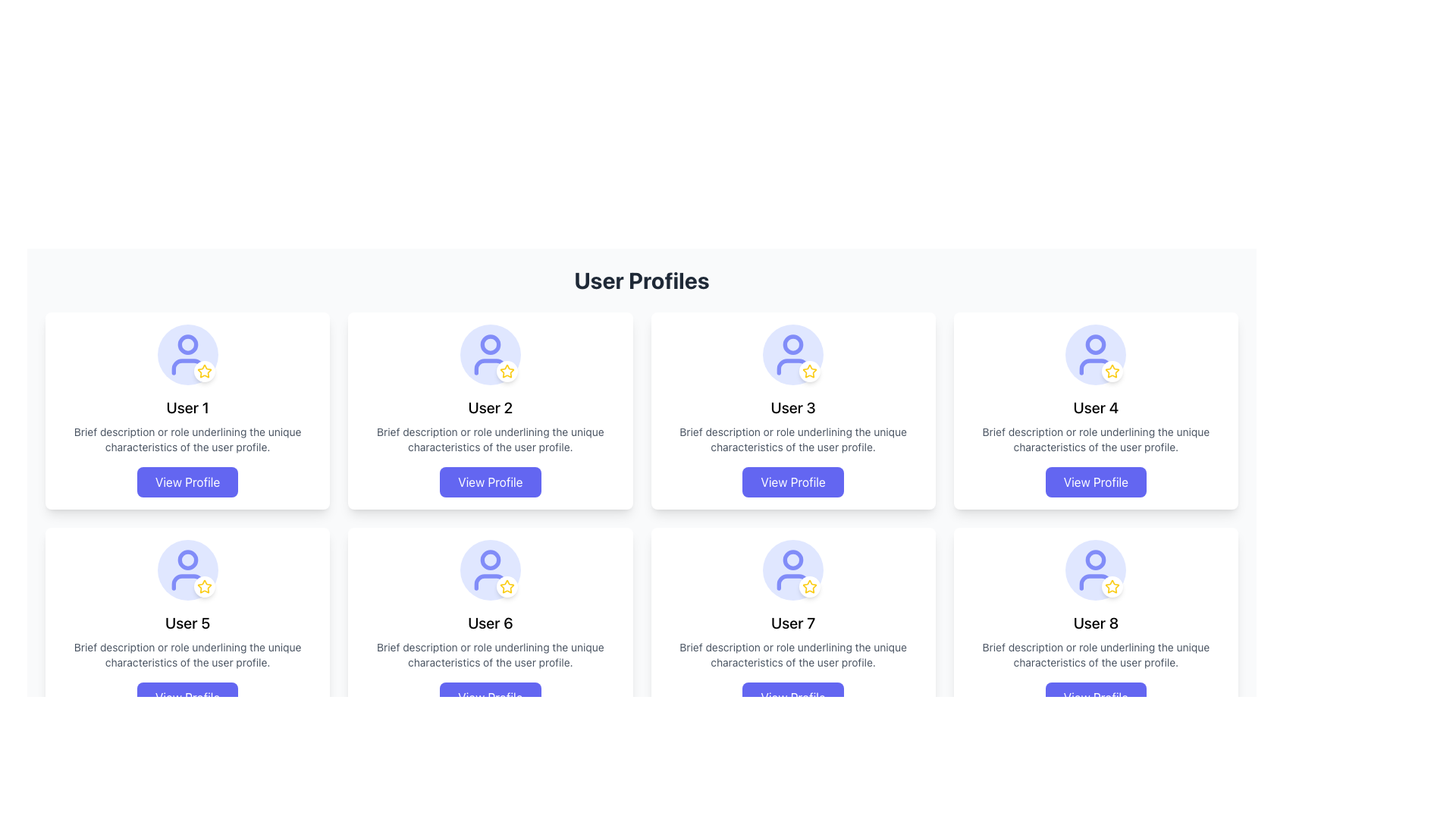 Image resolution: width=1456 pixels, height=819 pixels. Describe the element at coordinates (490, 482) in the screenshot. I see `the button that allows users to view the detailed profile of 'User 2'` at that location.